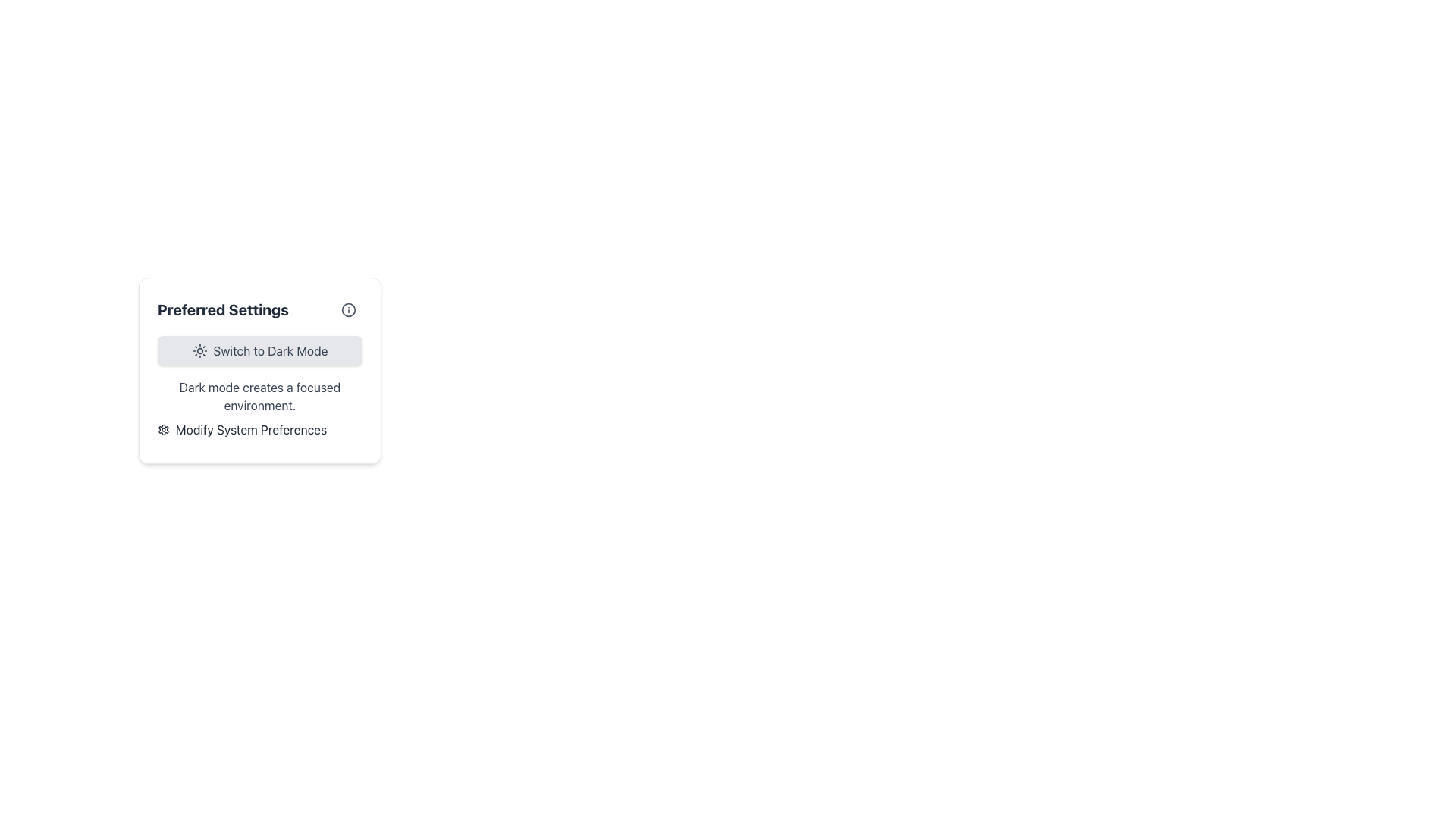 The image size is (1456, 819). What do you see at coordinates (241, 430) in the screenshot?
I see `the button labeled 'Preferred Settings' located at the bottom right of the card that allows users` at bounding box center [241, 430].